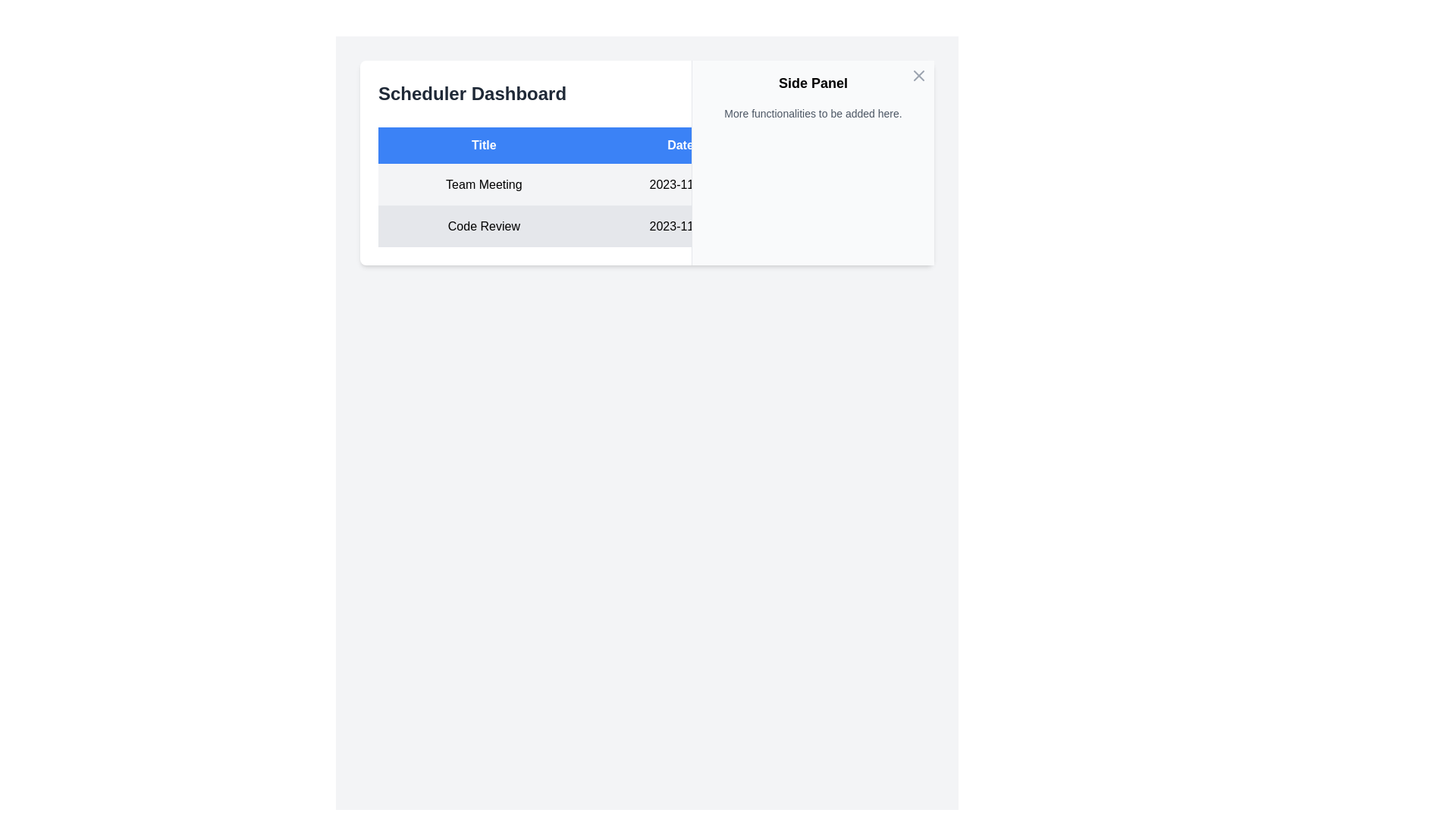 The height and width of the screenshot is (819, 1456). What do you see at coordinates (647, 184) in the screenshot?
I see `the first table row` at bounding box center [647, 184].